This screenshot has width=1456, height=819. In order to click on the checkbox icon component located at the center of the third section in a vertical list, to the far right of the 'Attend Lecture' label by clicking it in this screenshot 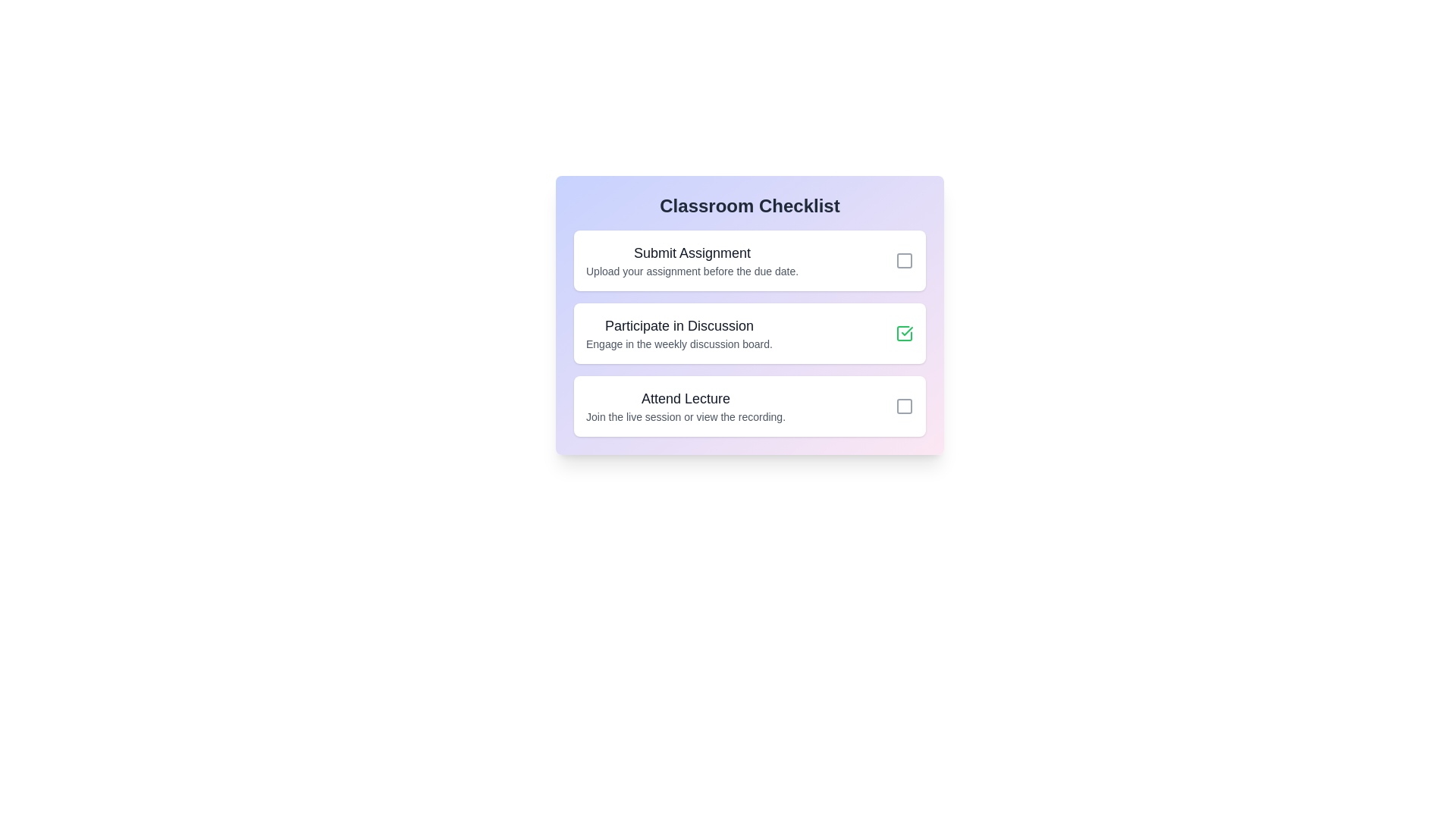, I will do `click(905, 406)`.